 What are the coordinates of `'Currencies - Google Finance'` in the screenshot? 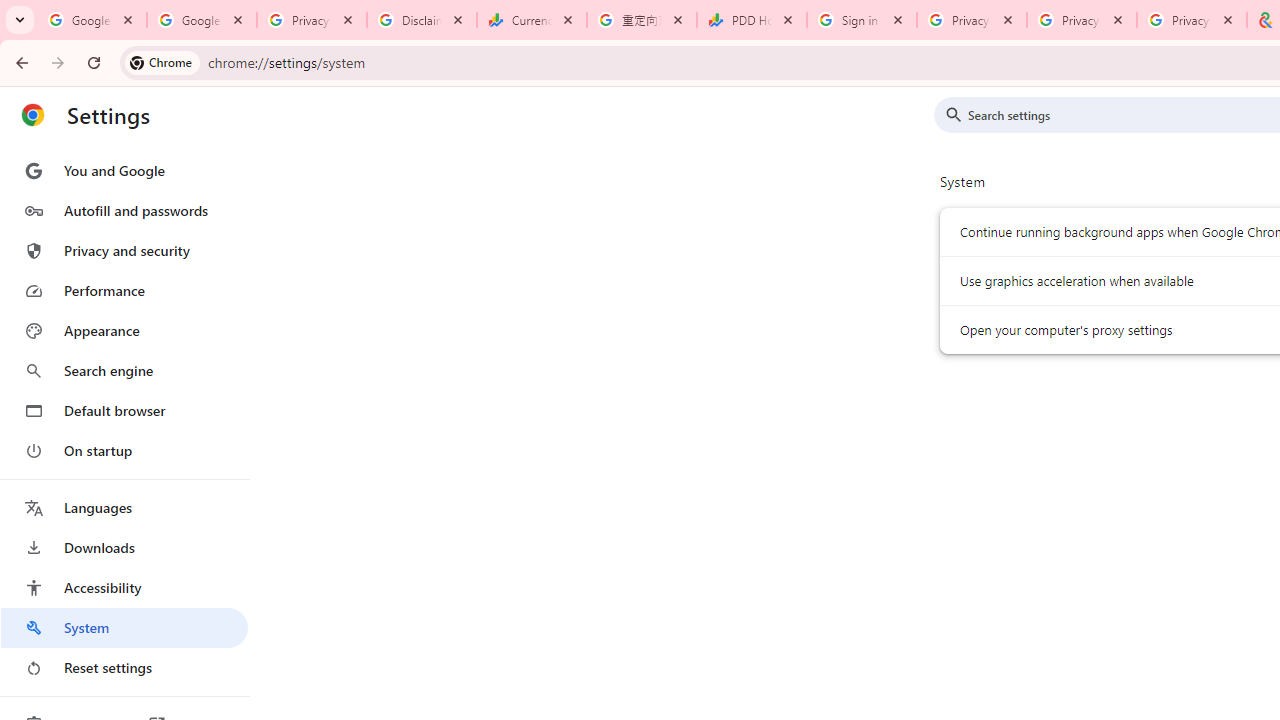 It's located at (532, 20).